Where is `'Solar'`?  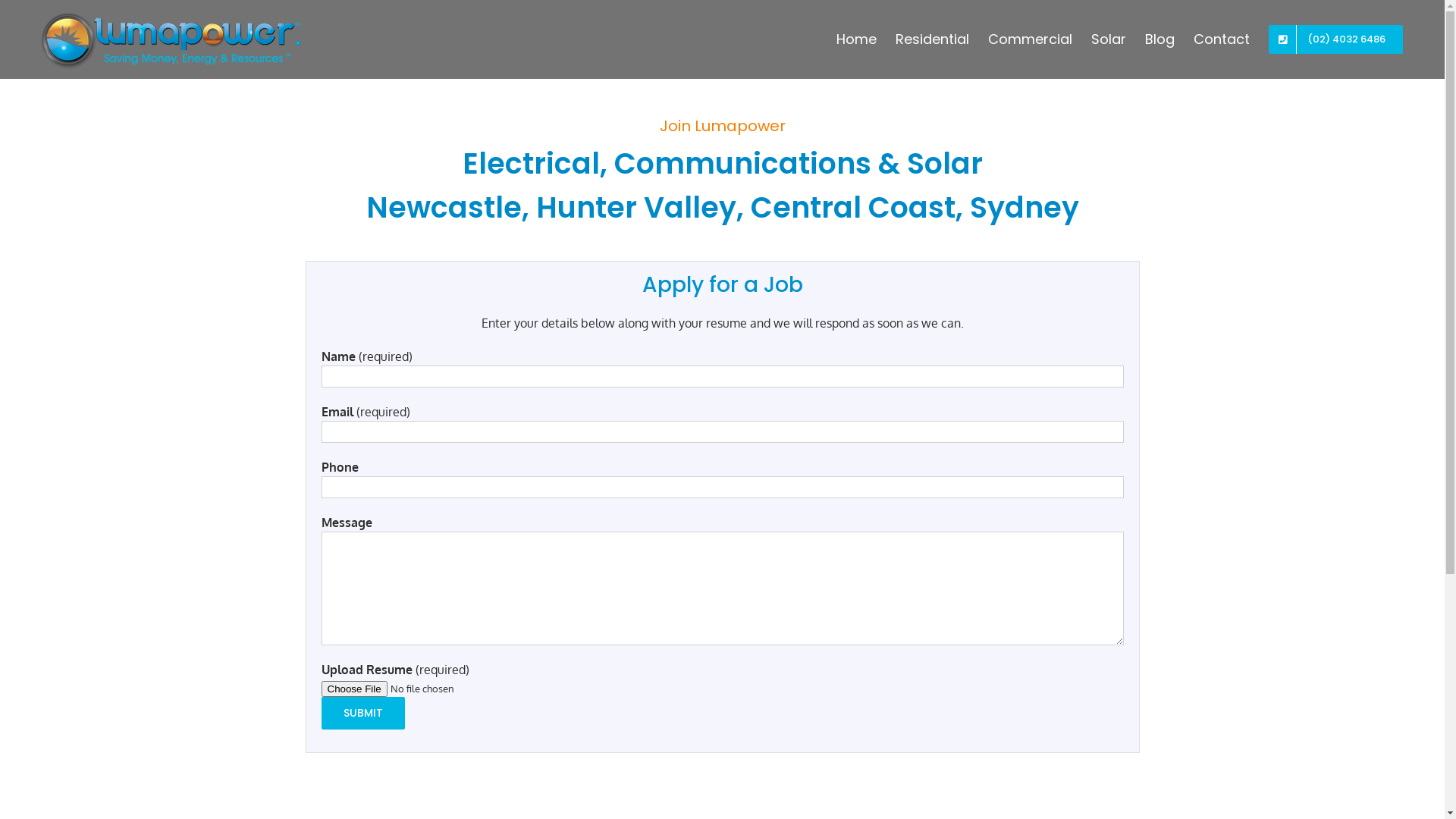
'Solar' is located at coordinates (1109, 38).